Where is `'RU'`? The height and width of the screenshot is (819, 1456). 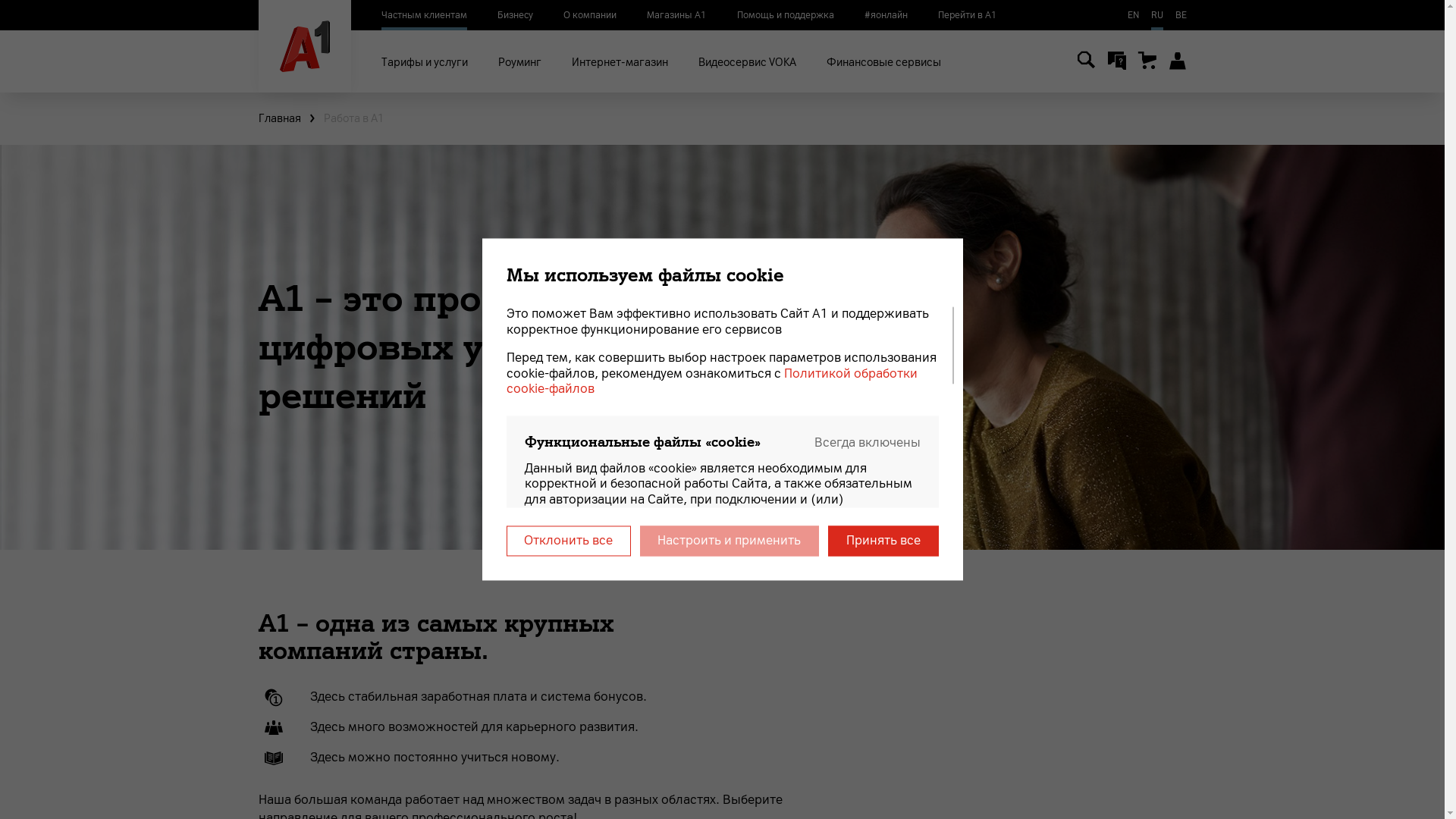 'RU' is located at coordinates (1156, 14).